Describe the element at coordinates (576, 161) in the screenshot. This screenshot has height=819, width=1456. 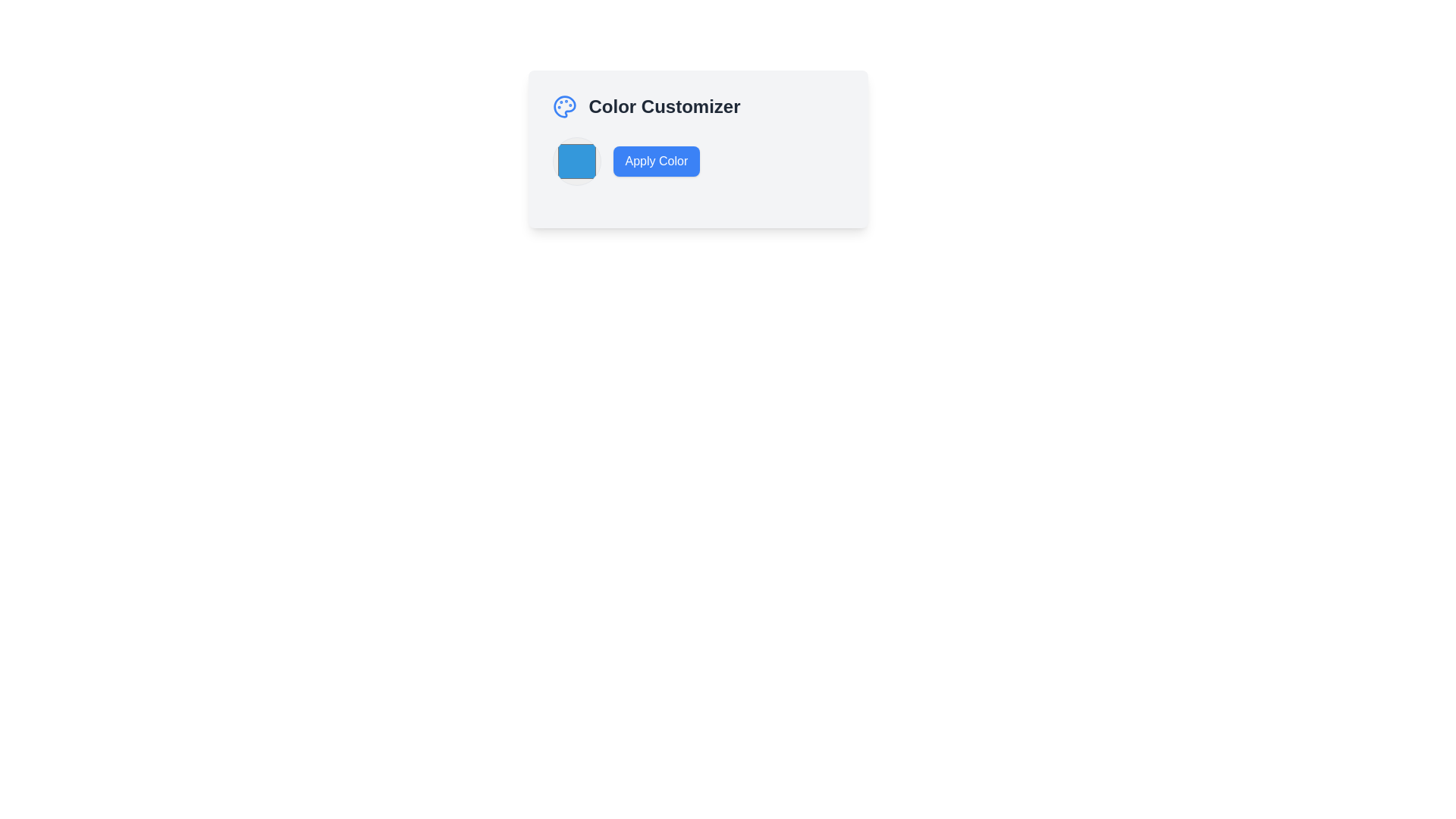
I see `the Color Selector, which is a rounded square with a blue fill color (#3498db) located on the left side of the 'Color Customizer' section` at that location.